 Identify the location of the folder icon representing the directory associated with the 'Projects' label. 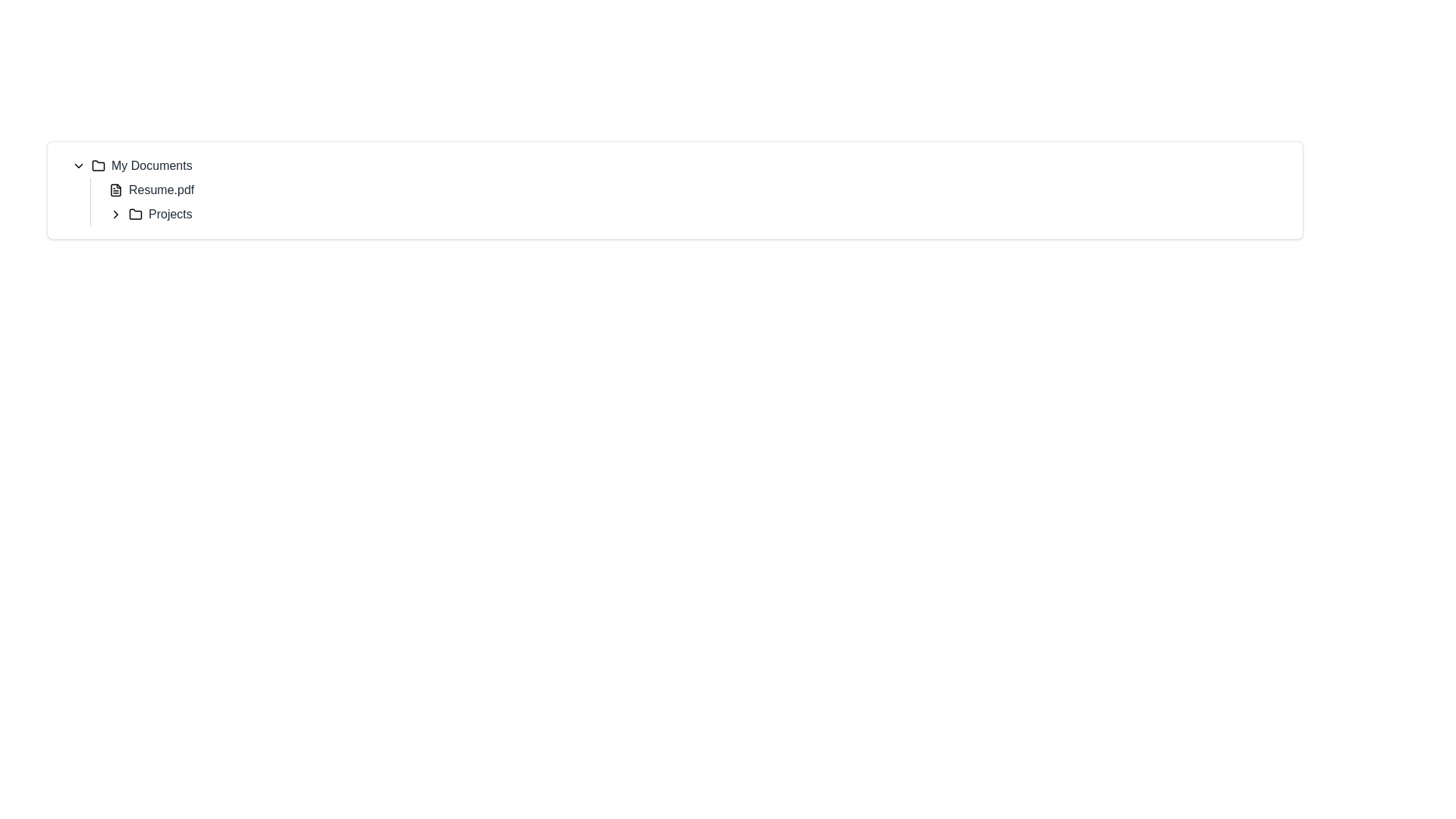
(135, 213).